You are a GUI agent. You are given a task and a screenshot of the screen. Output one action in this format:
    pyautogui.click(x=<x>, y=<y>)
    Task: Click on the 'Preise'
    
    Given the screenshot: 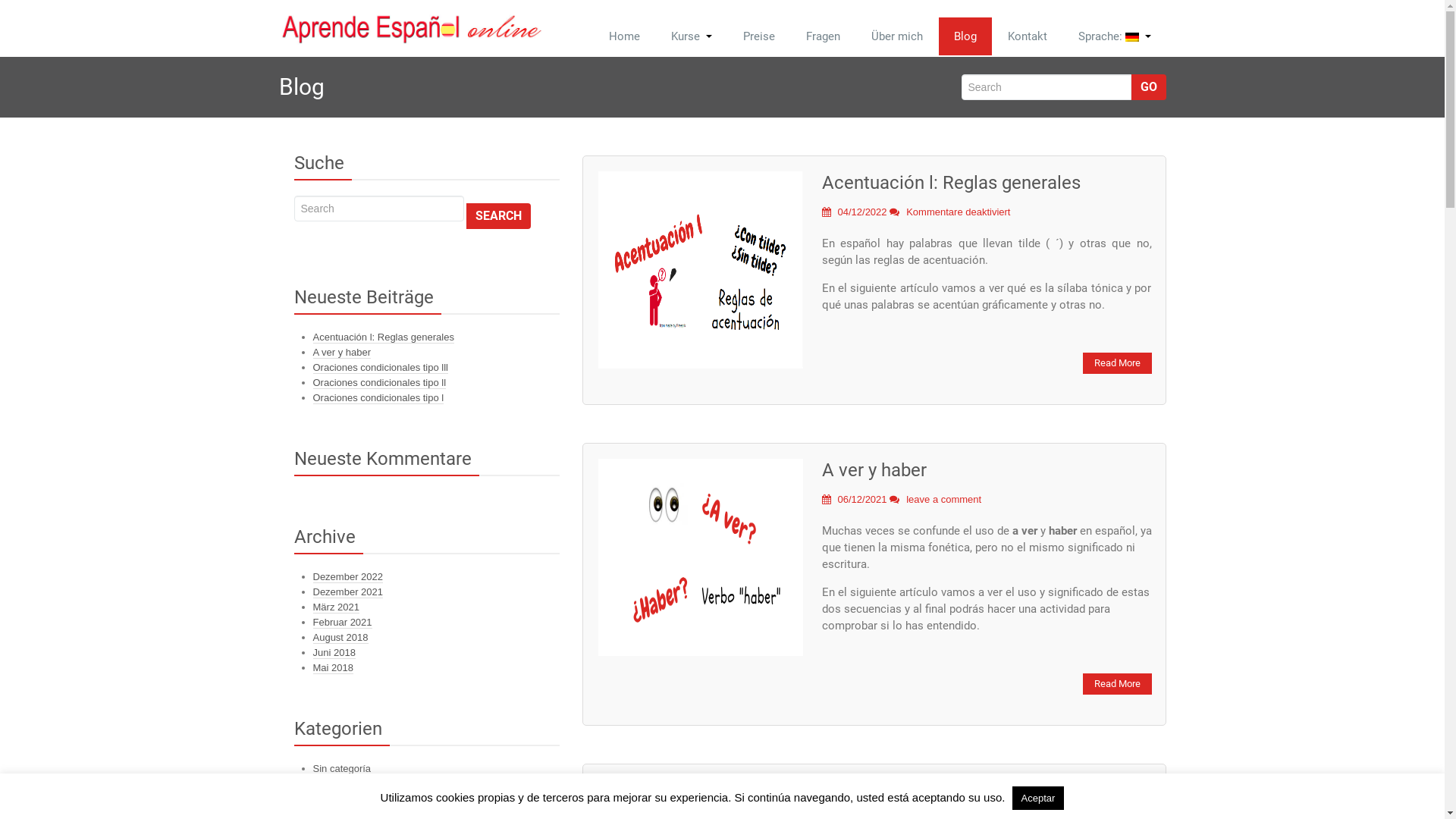 What is the action you would take?
    pyautogui.click(x=759, y=35)
    